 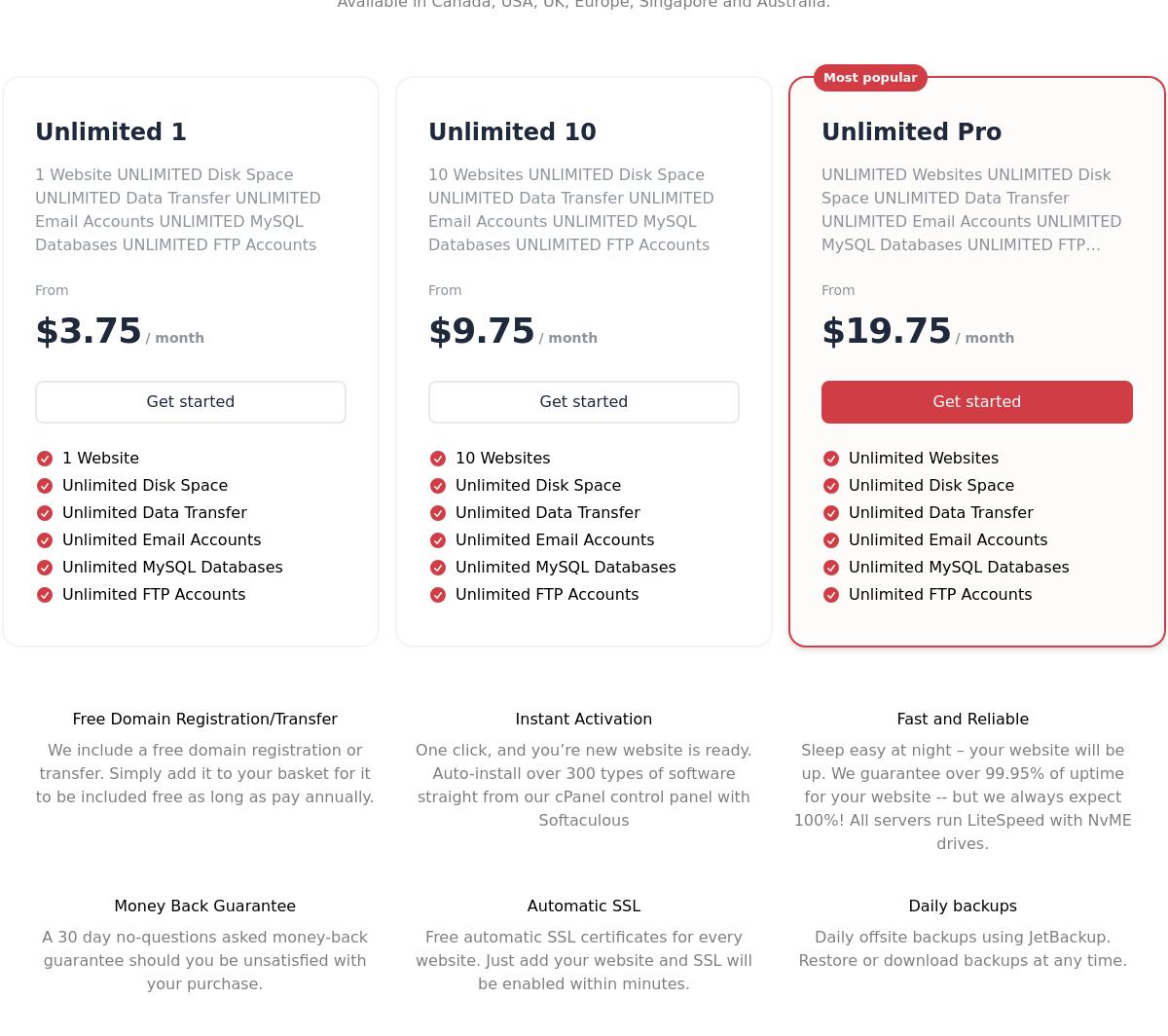 What do you see at coordinates (91, 575) in the screenshot?
I see `'+1-518-250-6427'` at bounding box center [91, 575].